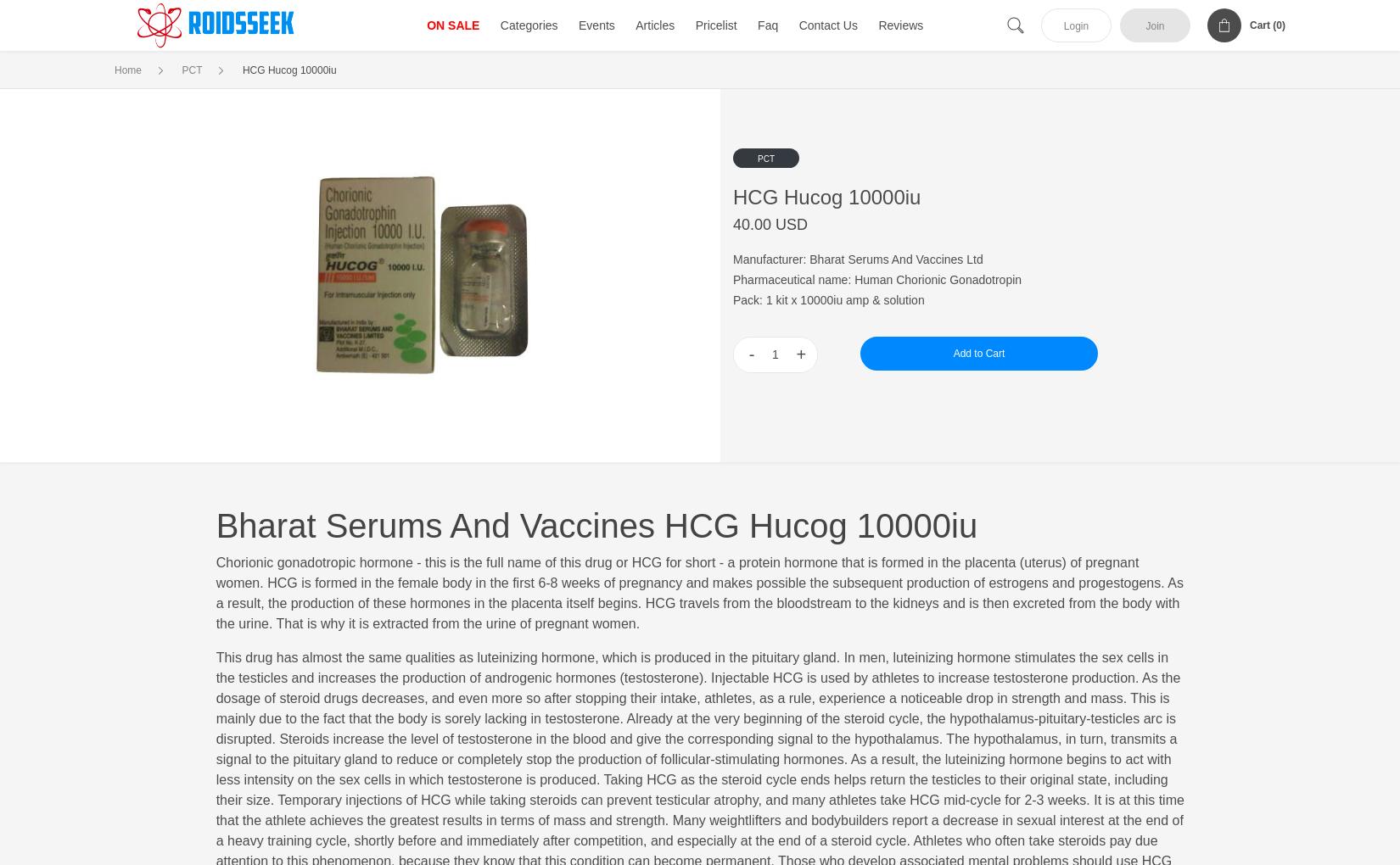 The height and width of the screenshot is (865, 1400). Describe the element at coordinates (596, 24) in the screenshot. I see `'Events'` at that location.